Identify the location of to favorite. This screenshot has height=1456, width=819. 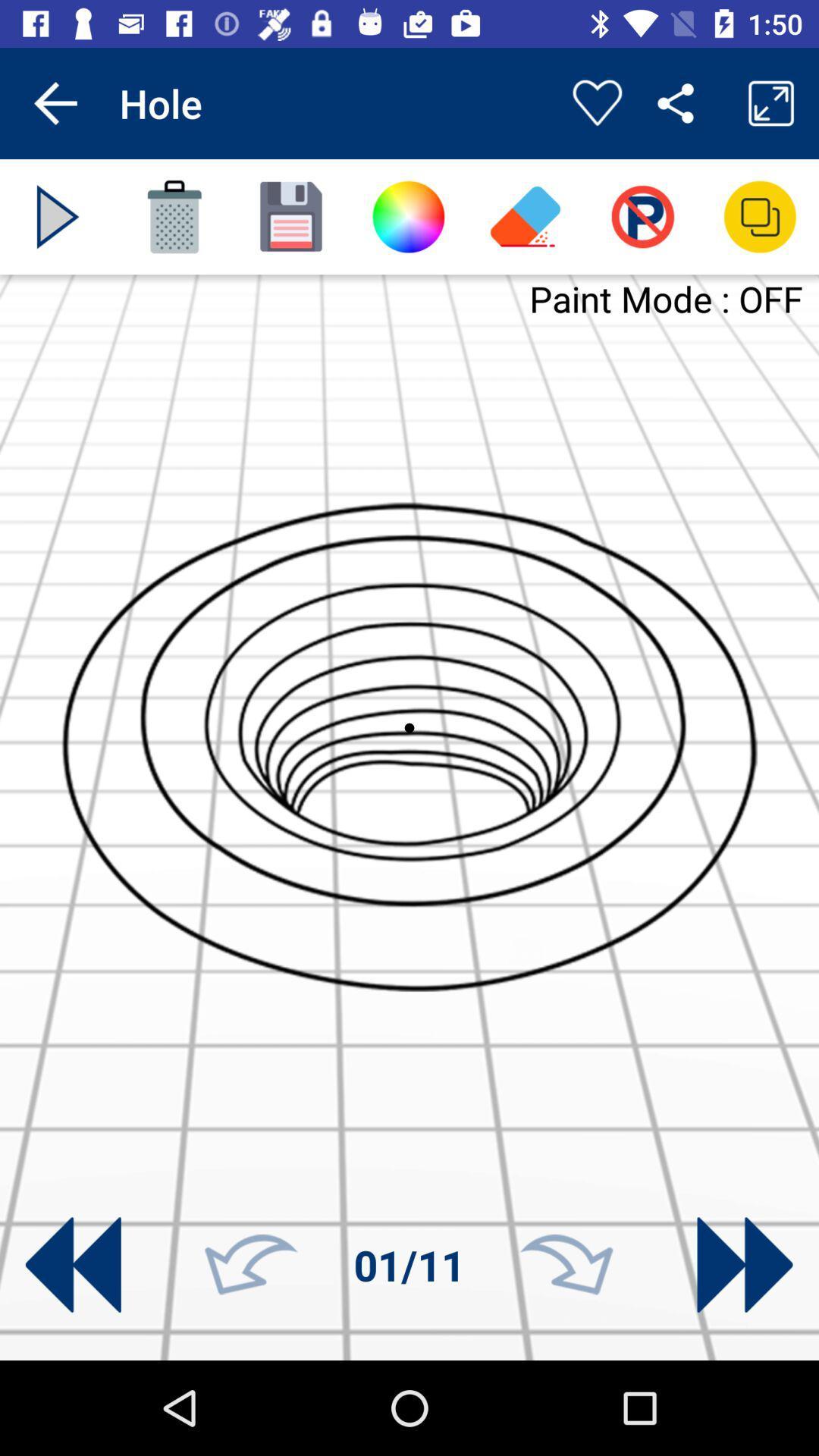
(596, 102).